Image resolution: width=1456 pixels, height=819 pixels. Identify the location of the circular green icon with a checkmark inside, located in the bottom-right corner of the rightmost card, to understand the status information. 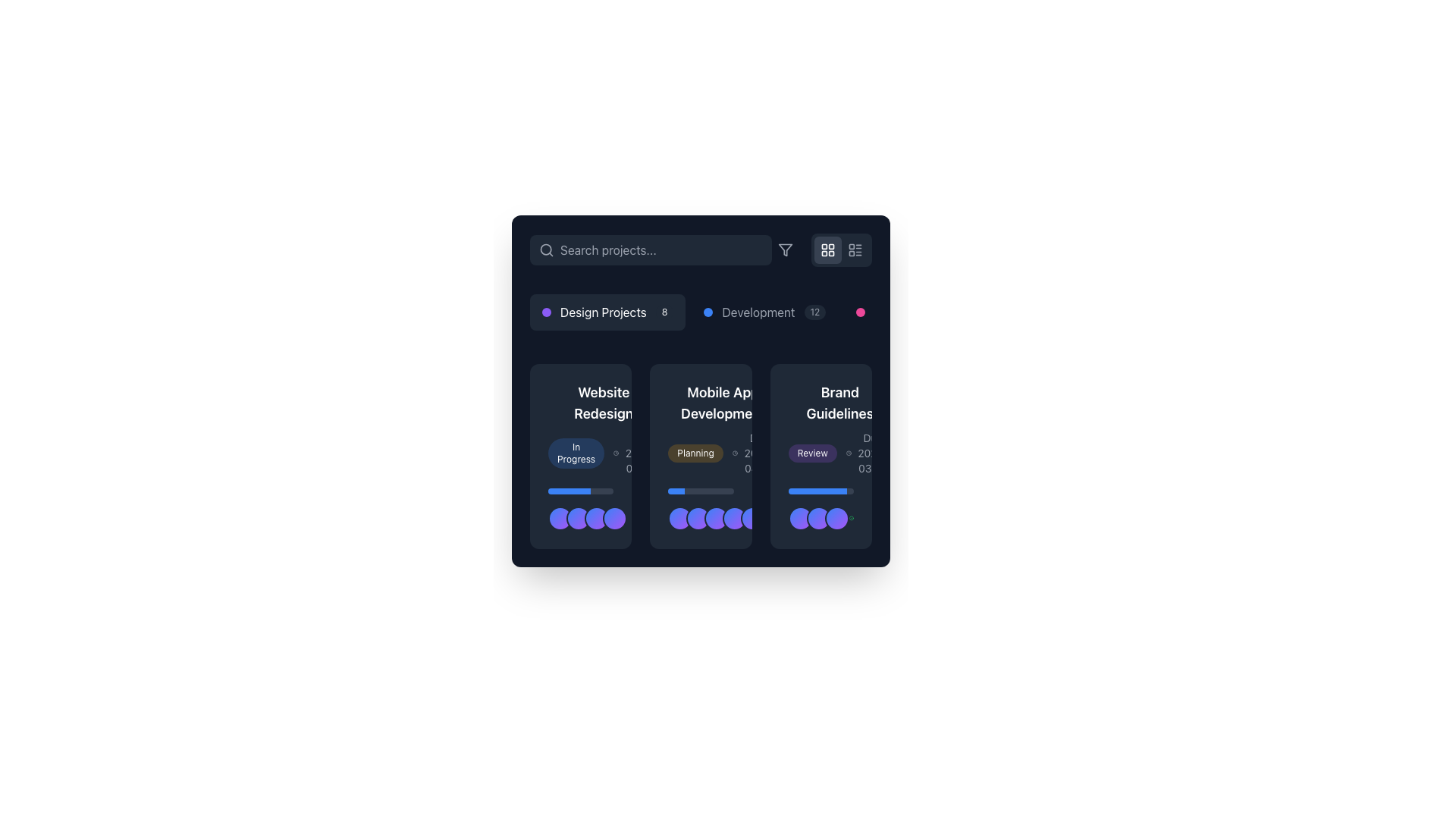
(851, 517).